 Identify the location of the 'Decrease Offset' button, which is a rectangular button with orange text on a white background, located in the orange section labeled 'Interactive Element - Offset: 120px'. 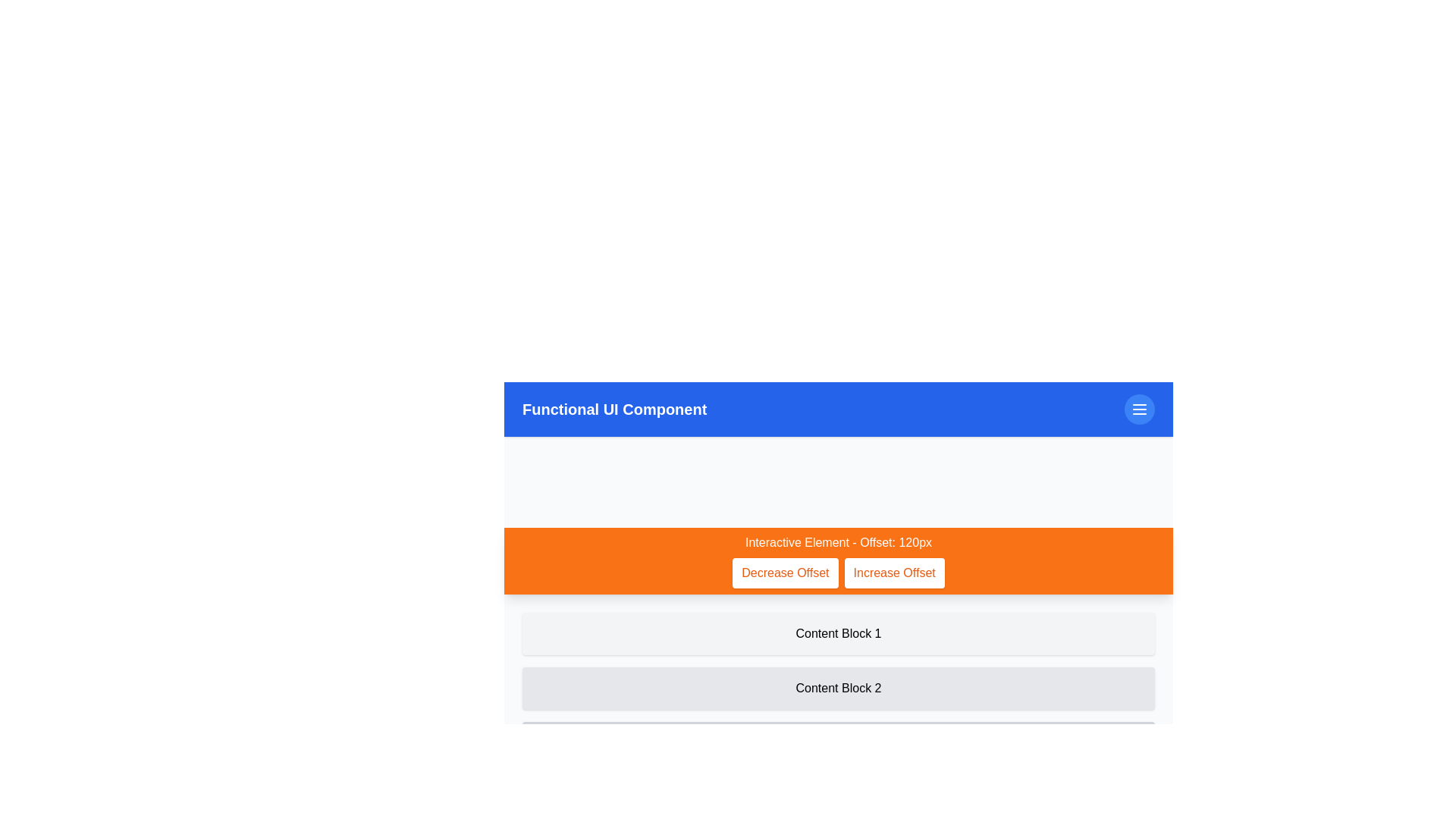
(785, 573).